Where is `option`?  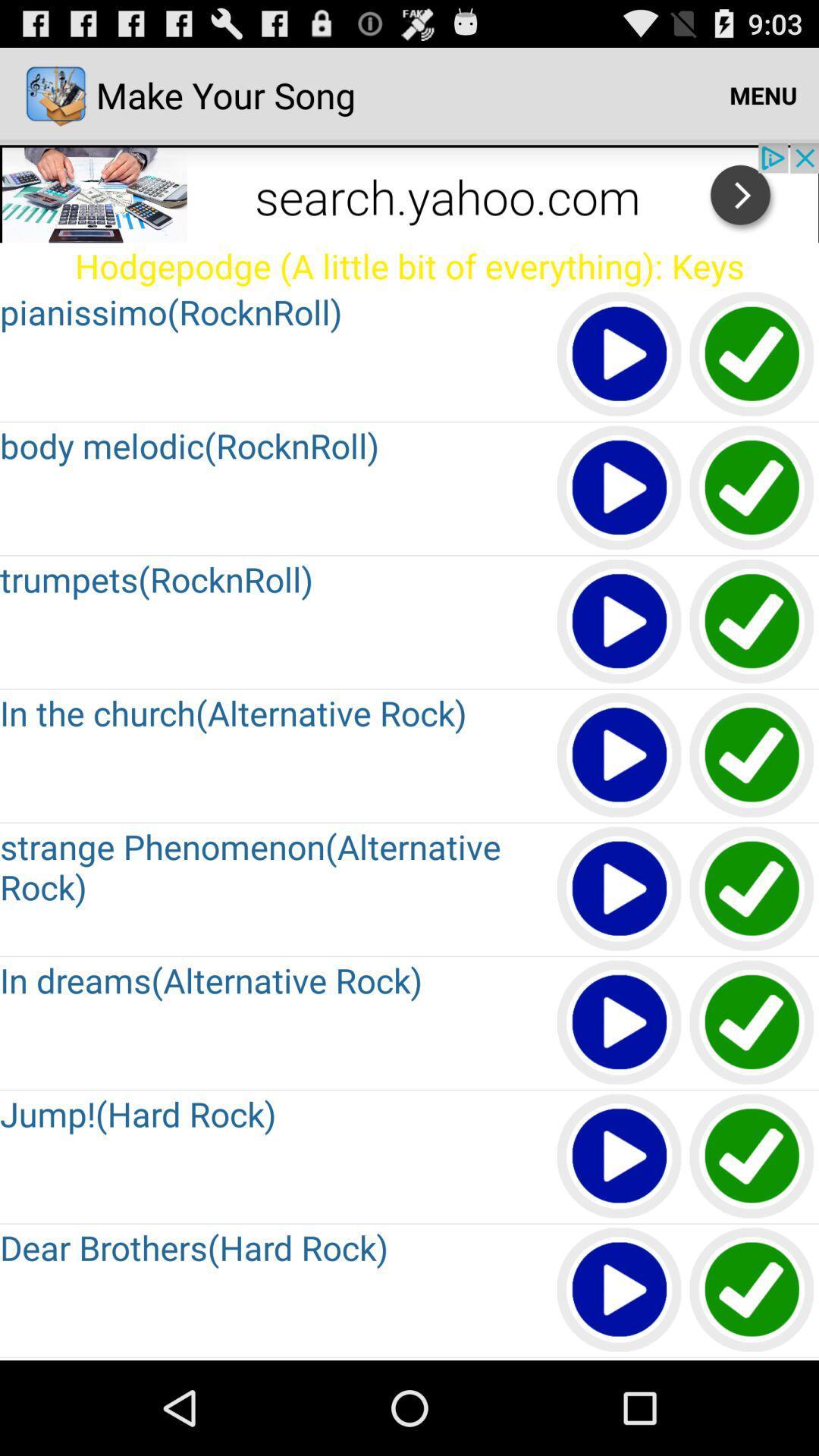 option is located at coordinates (620, 1156).